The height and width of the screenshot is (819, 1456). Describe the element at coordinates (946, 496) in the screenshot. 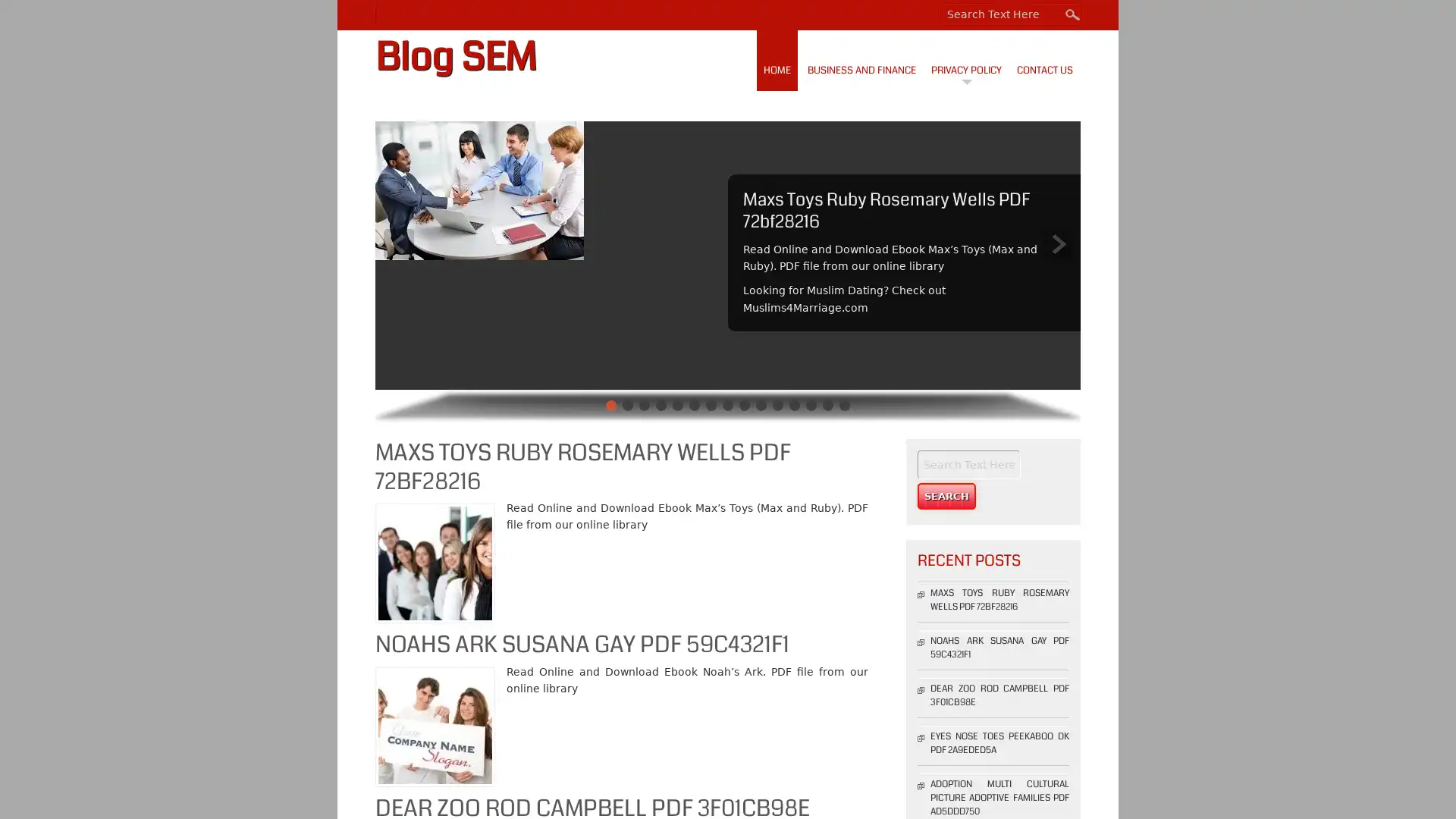

I see `Search` at that location.